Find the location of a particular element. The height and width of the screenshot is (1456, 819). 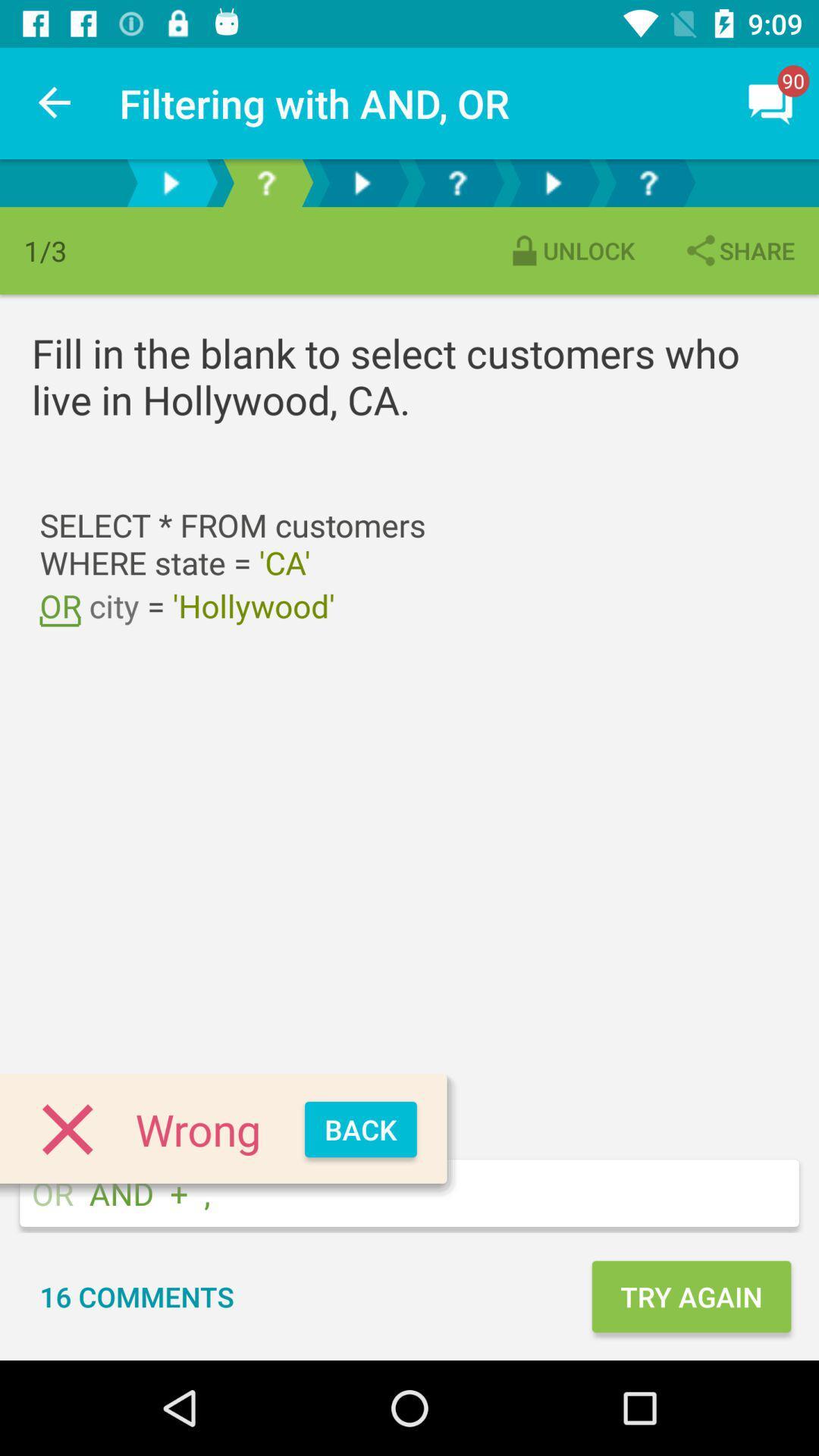

the 16 comments icon is located at coordinates (136, 1295).